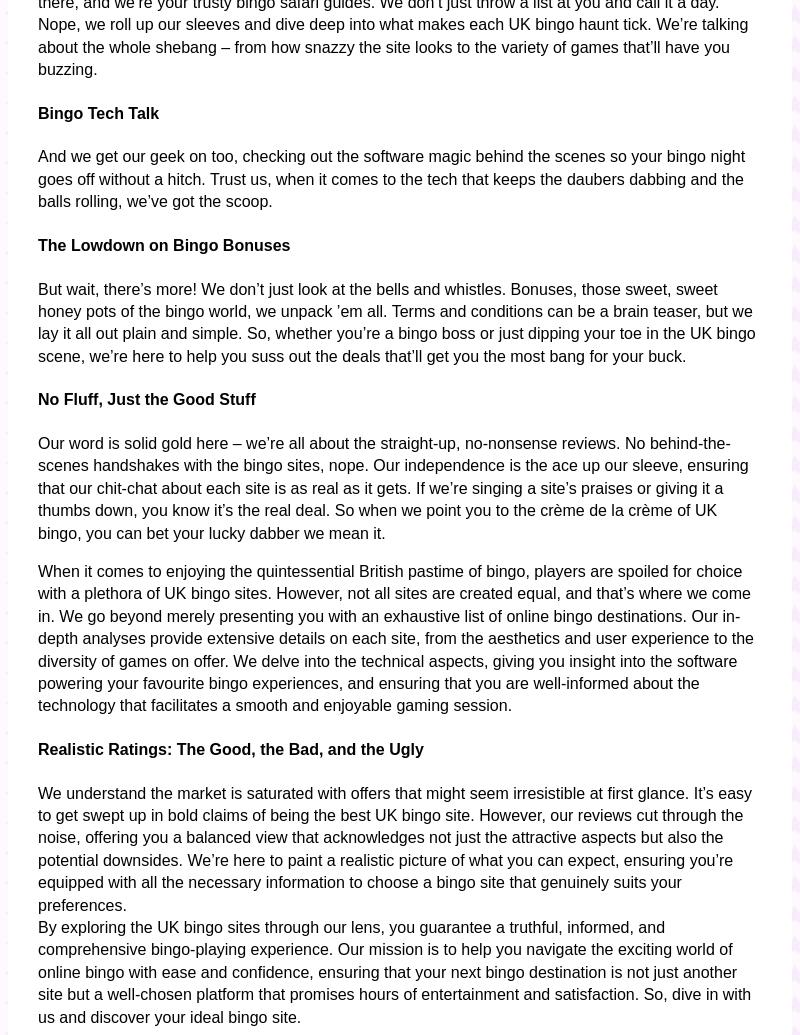 The height and width of the screenshot is (1035, 800). I want to click on 'When it comes to enjoying the quintessential British pastime of bingo, players are spoiled for choice with a plethora of UK bingo sites. However, not all sites are created equal, and that’s where we come in. We go beyond merely presenting you with an exhaustive list of online bingo destinations. Our in-depth analyses provide extensive details on each site, from the aesthetics and user experience to the diversity of games on offer. We delve into the technical aspects, giving you insight into the software powering your favourite bingo experiences, and ensuring that you are well-informed about the technology that facilitates a smooth and enjoyable gaming session.', so click(394, 637).